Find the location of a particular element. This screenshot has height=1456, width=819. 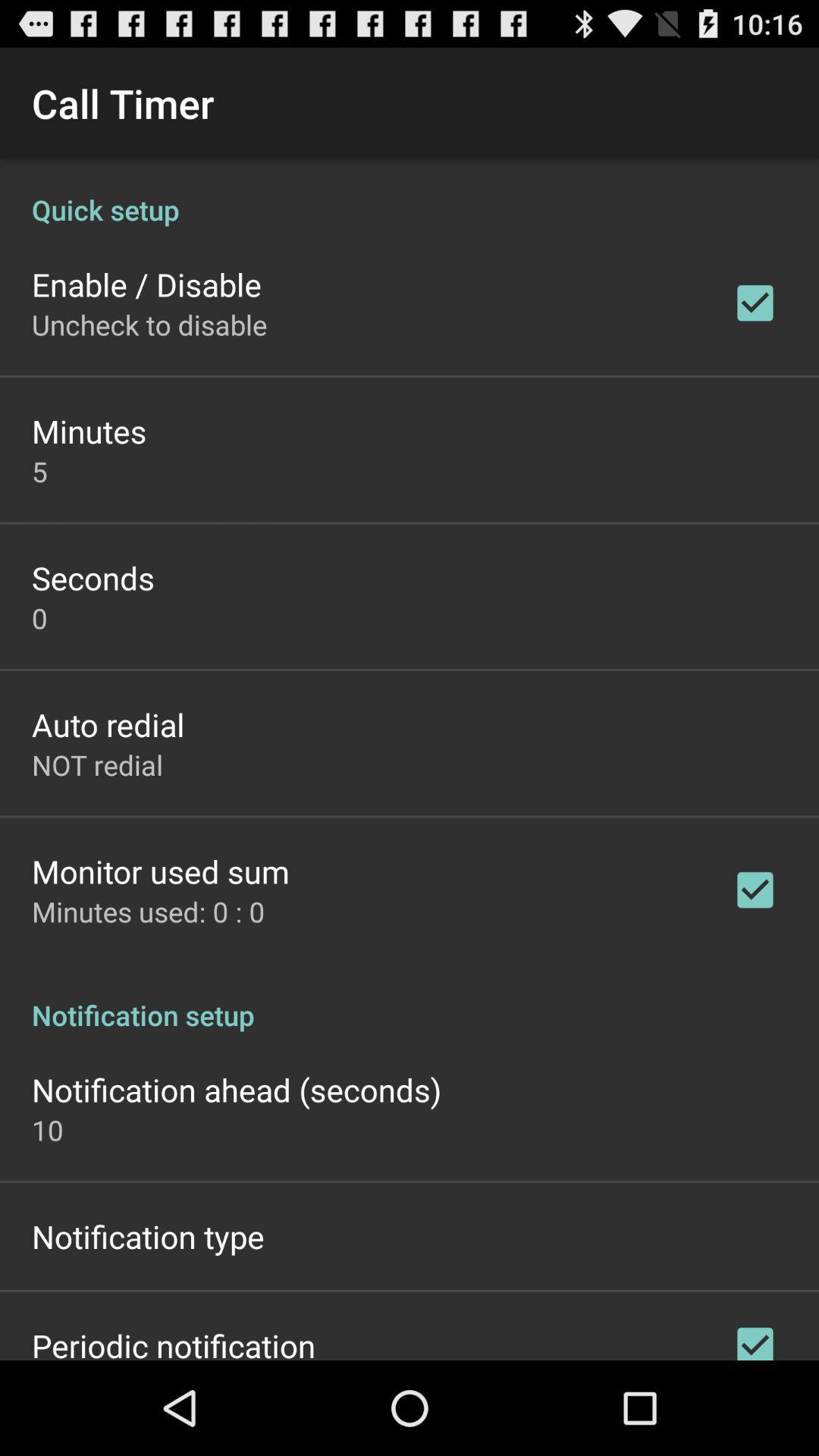

notification ahead (seconds) is located at coordinates (237, 1088).